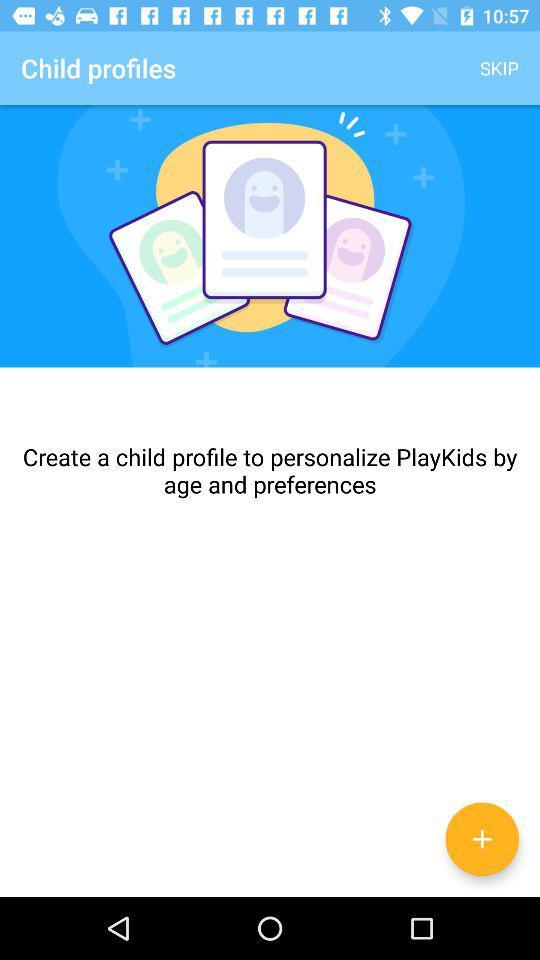  I want to click on the skip icon, so click(498, 68).